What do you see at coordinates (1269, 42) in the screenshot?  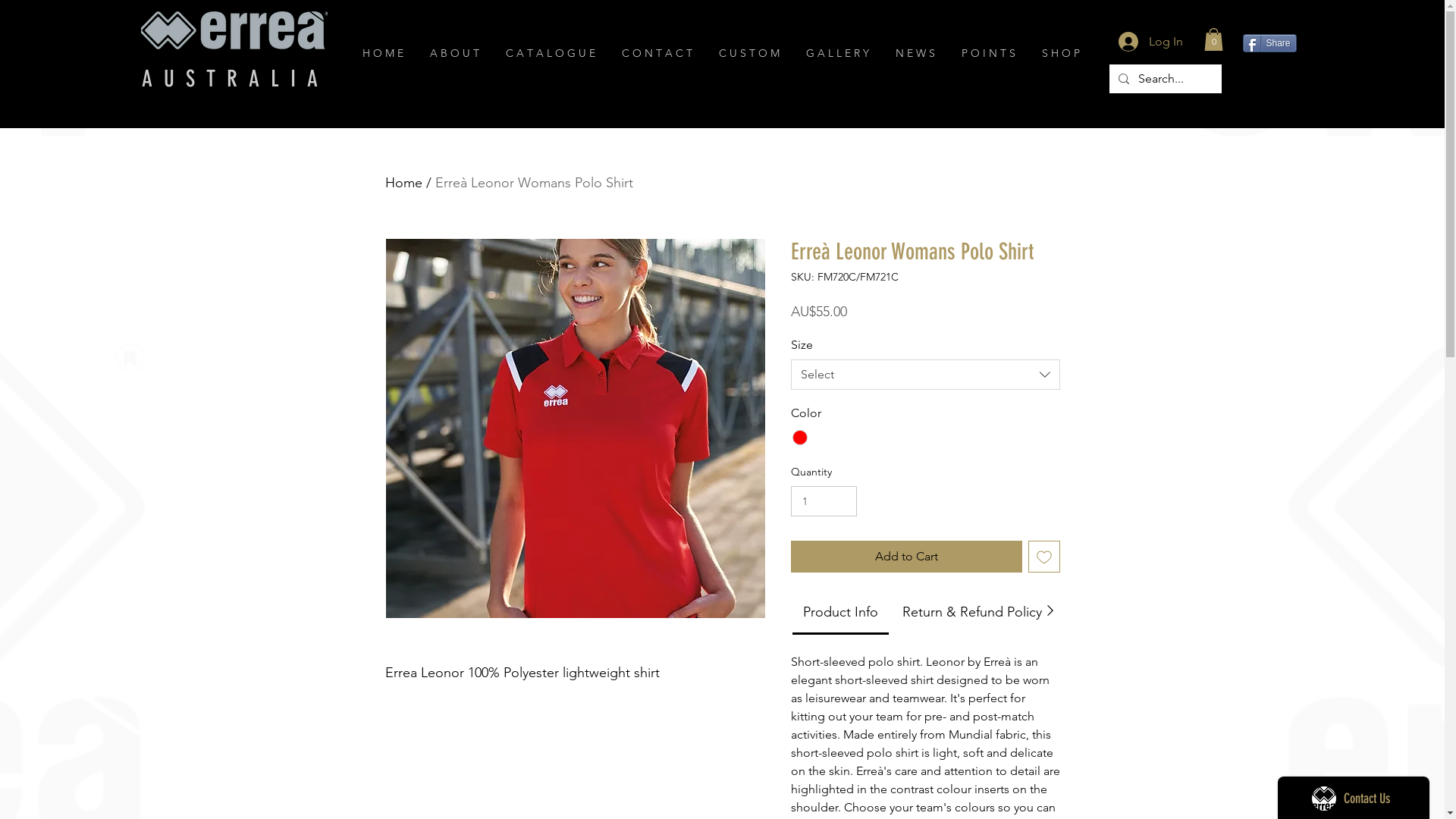 I see `'Share'` at bounding box center [1269, 42].